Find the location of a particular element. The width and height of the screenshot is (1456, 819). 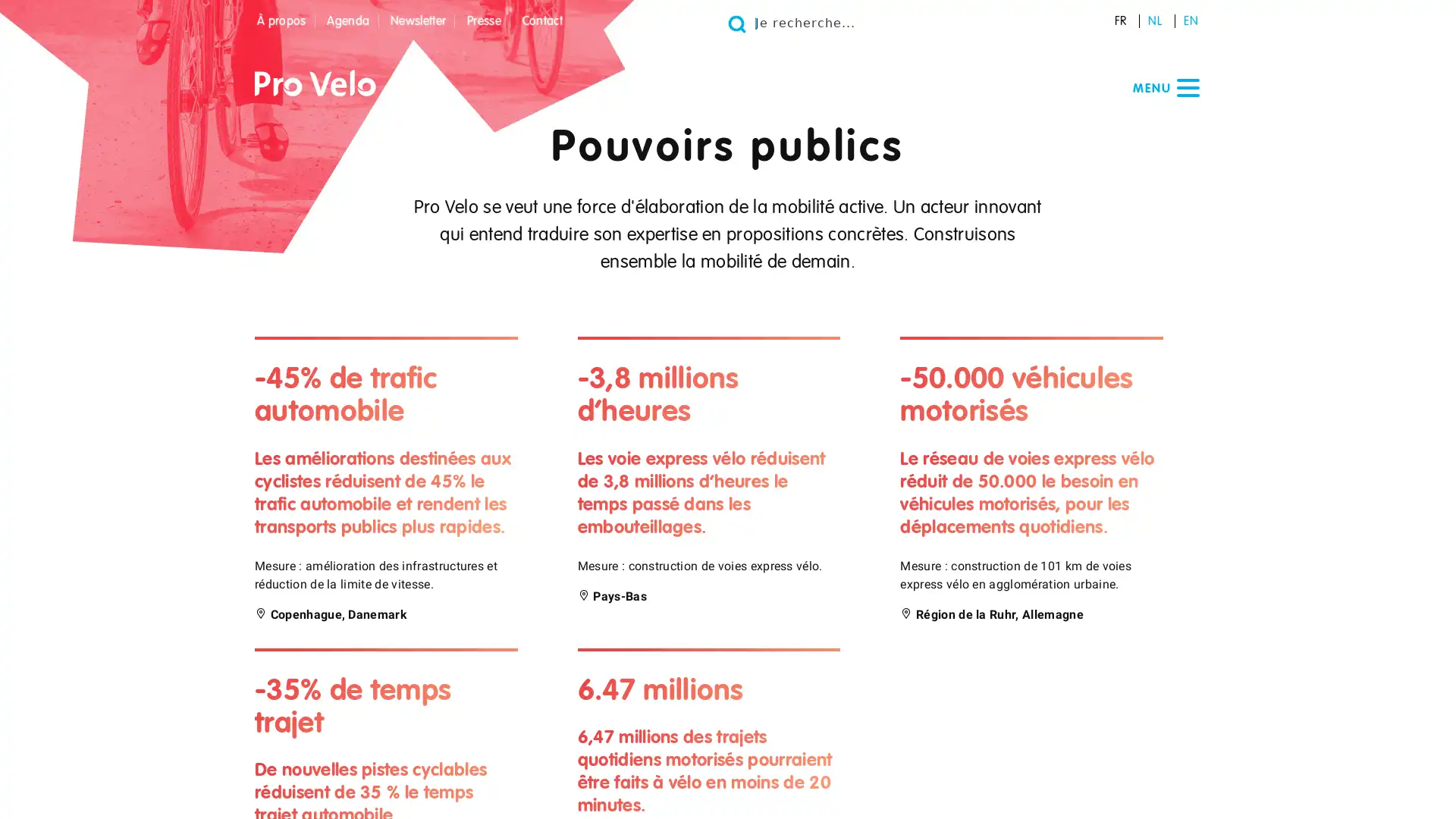

Go is located at coordinates (736, 23).